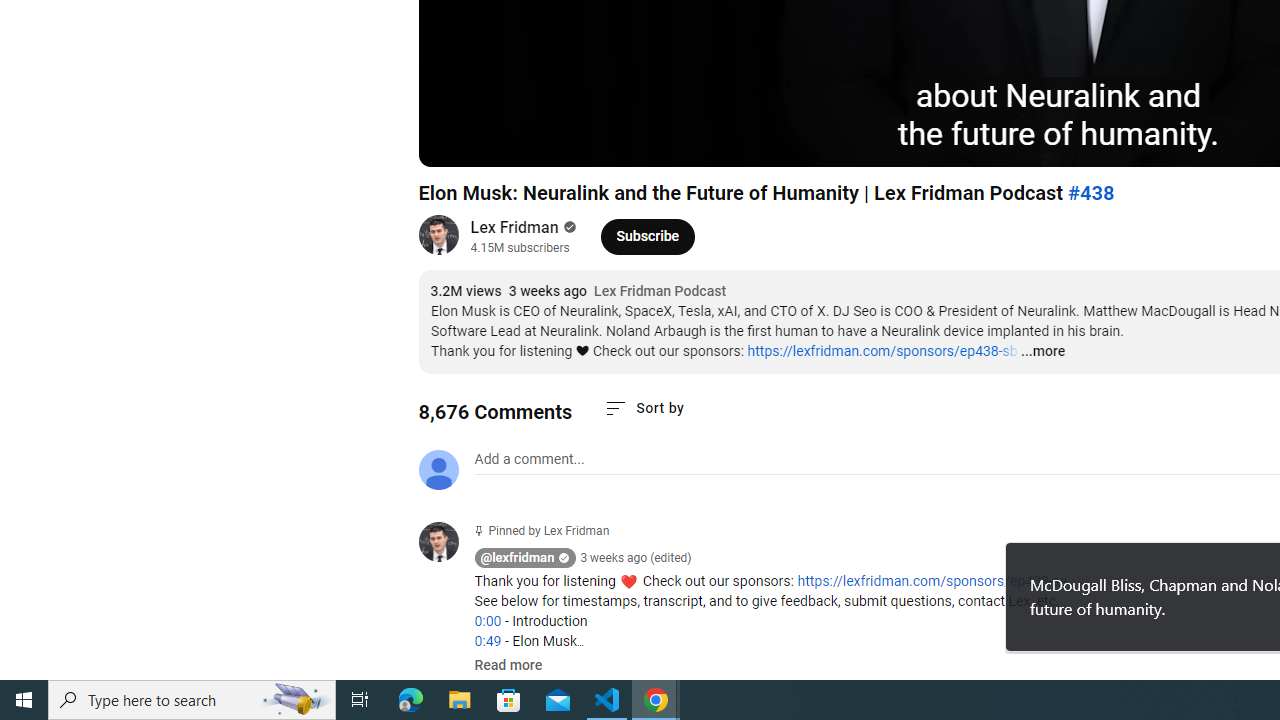  I want to click on '3 weeks ago (edited)', so click(635, 558).